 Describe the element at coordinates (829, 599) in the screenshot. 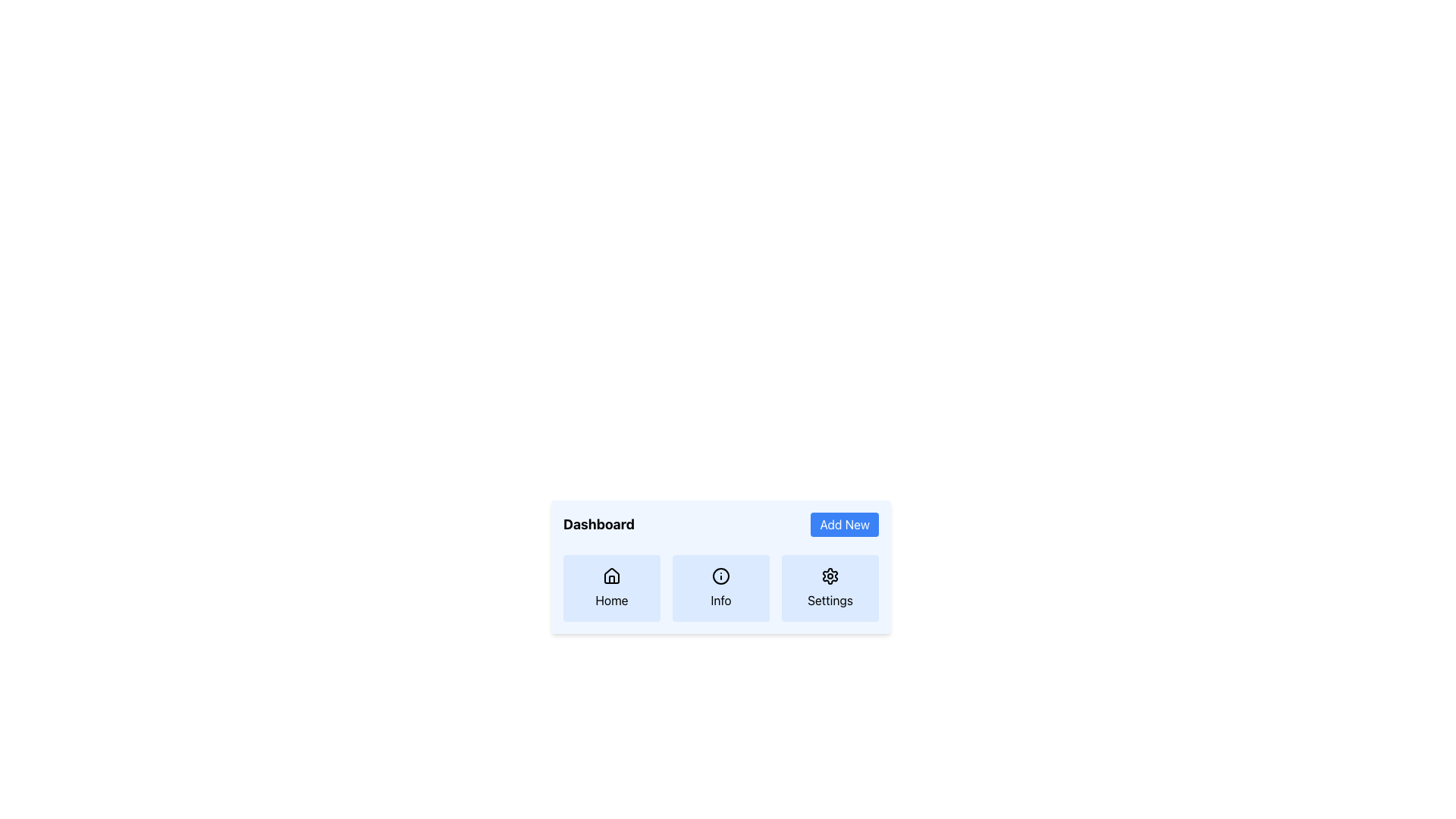

I see `the 'Settings' text label, which is the third element in a horizontal set of three containers, located in the lower section of the main view area` at that location.